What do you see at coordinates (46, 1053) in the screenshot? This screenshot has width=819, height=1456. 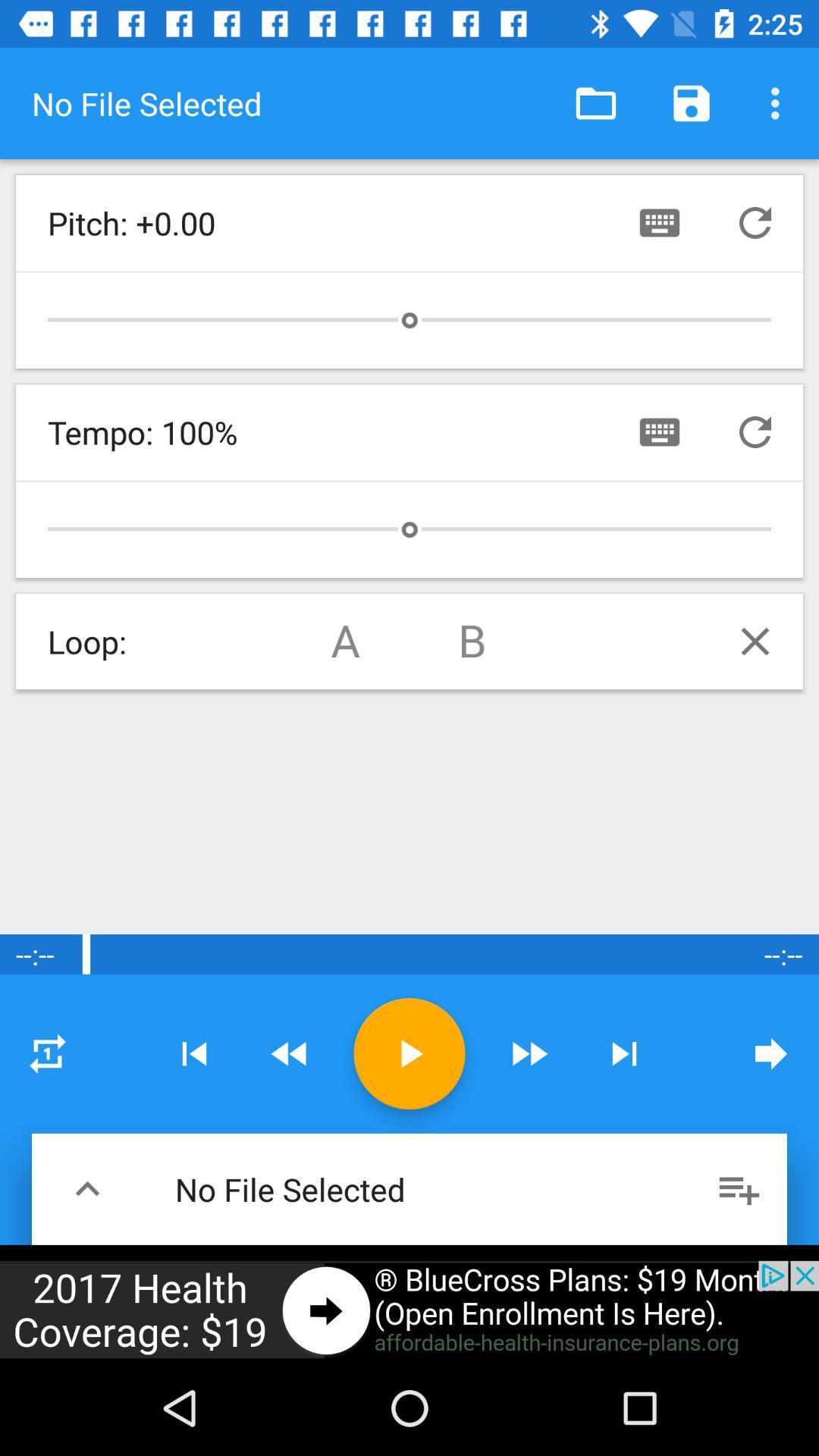 I see `again` at bounding box center [46, 1053].